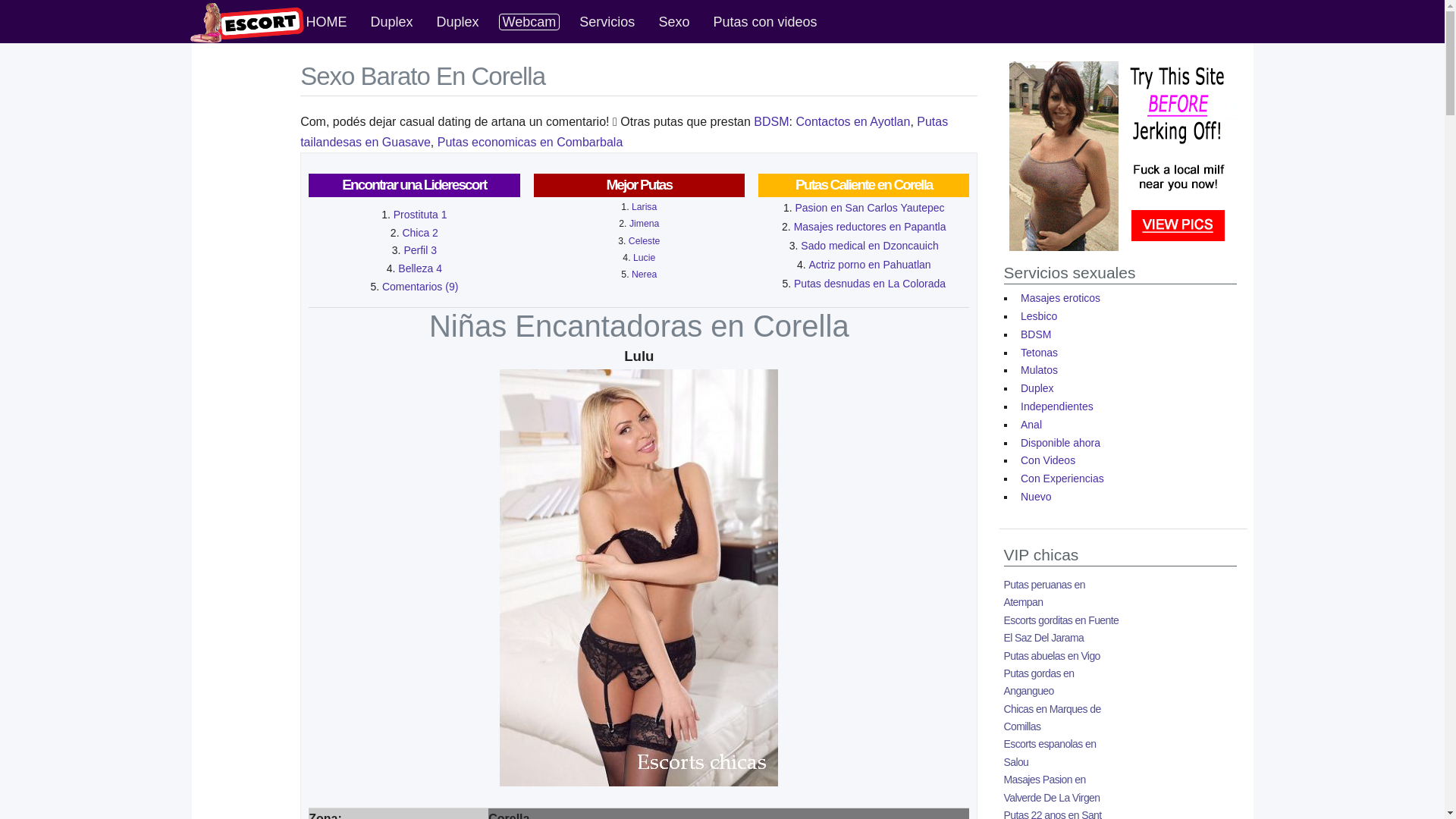 The image size is (1456, 819). I want to click on 'Celeste', so click(644, 240).